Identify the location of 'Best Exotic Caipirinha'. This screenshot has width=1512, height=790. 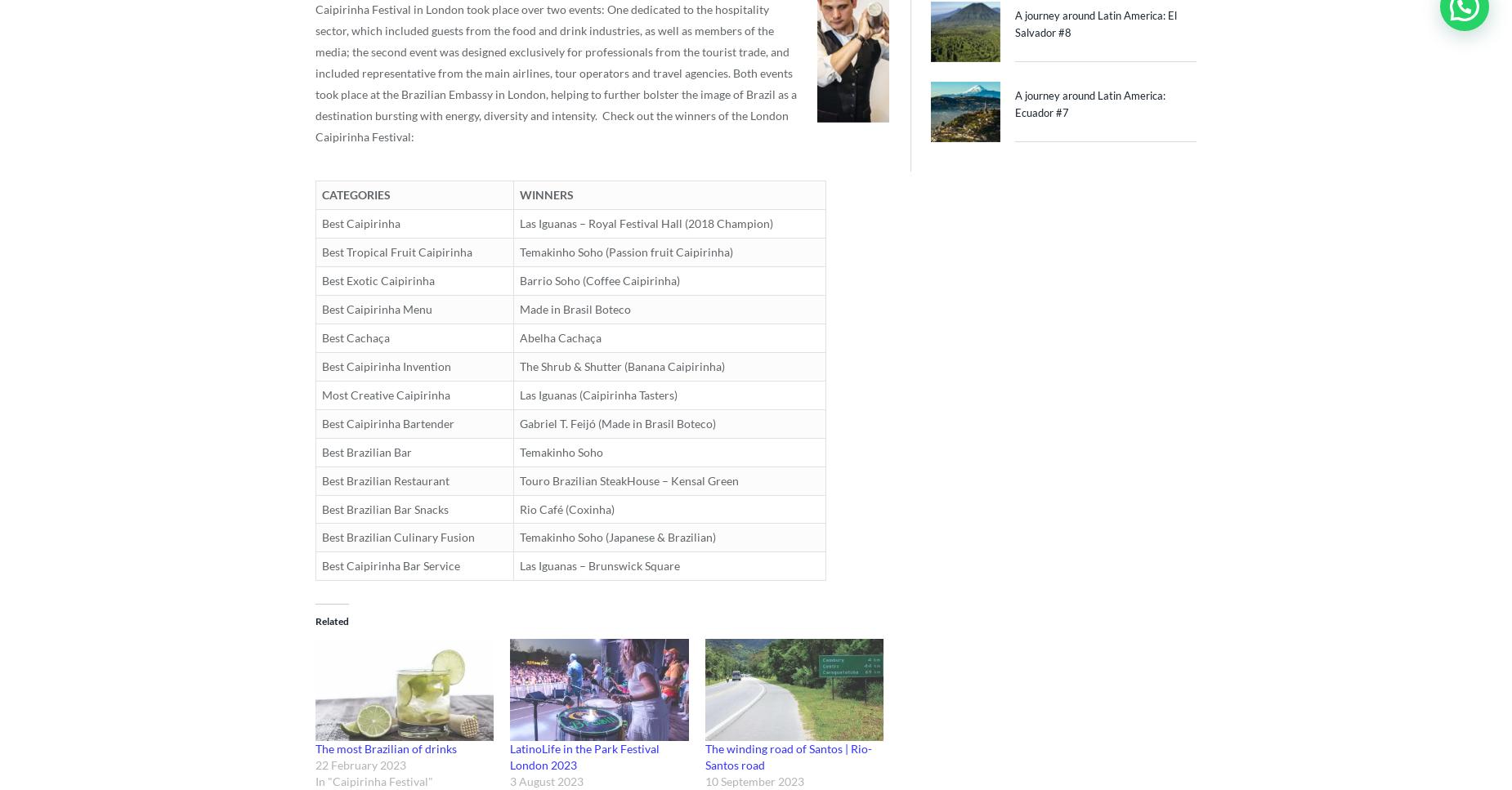
(378, 279).